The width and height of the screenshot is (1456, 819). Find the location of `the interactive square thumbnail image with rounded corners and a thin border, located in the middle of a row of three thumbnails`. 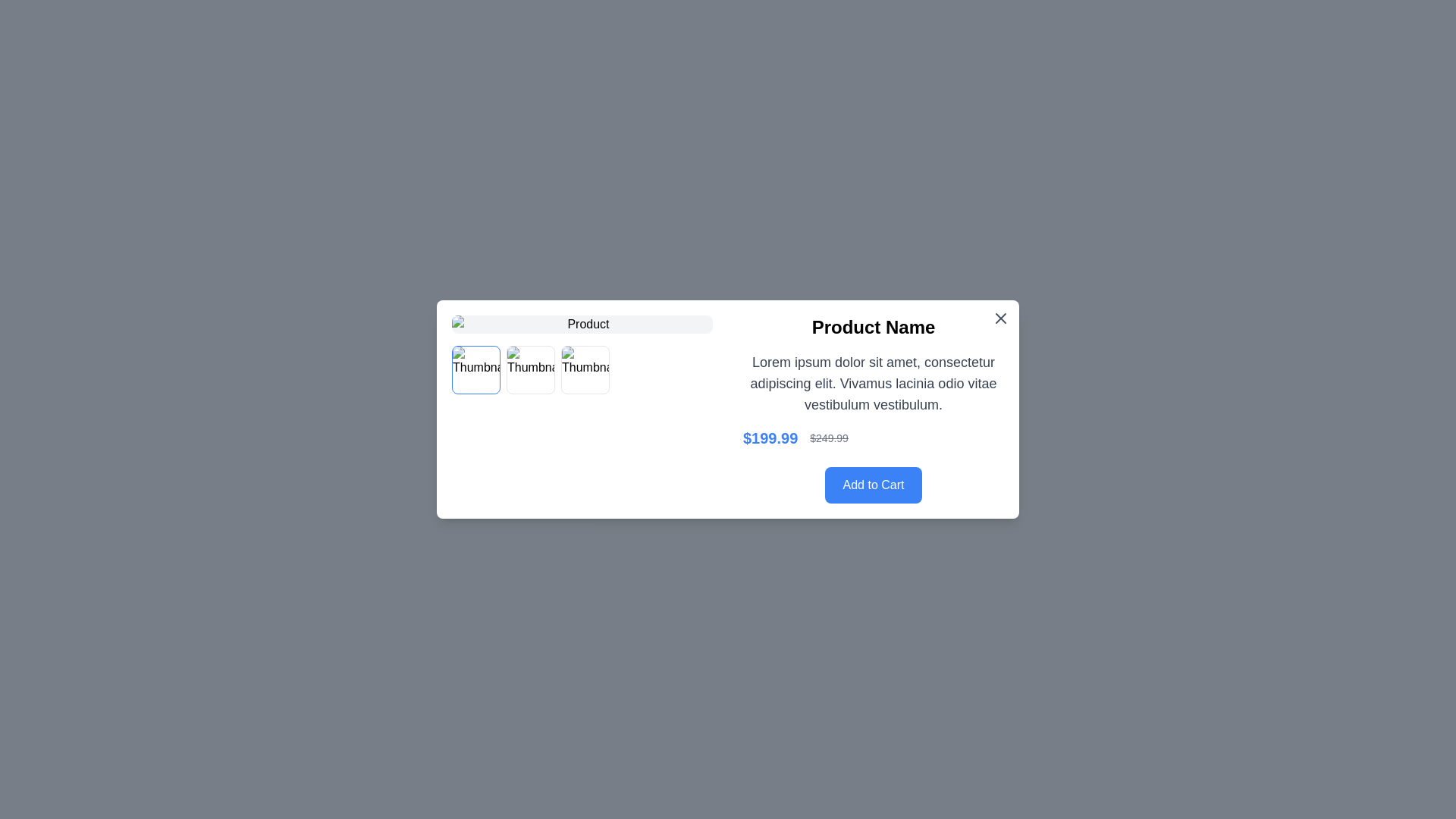

the interactive square thumbnail image with rounded corners and a thin border, located in the middle of a row of three thumbnails is located at coordinates (531, 370).